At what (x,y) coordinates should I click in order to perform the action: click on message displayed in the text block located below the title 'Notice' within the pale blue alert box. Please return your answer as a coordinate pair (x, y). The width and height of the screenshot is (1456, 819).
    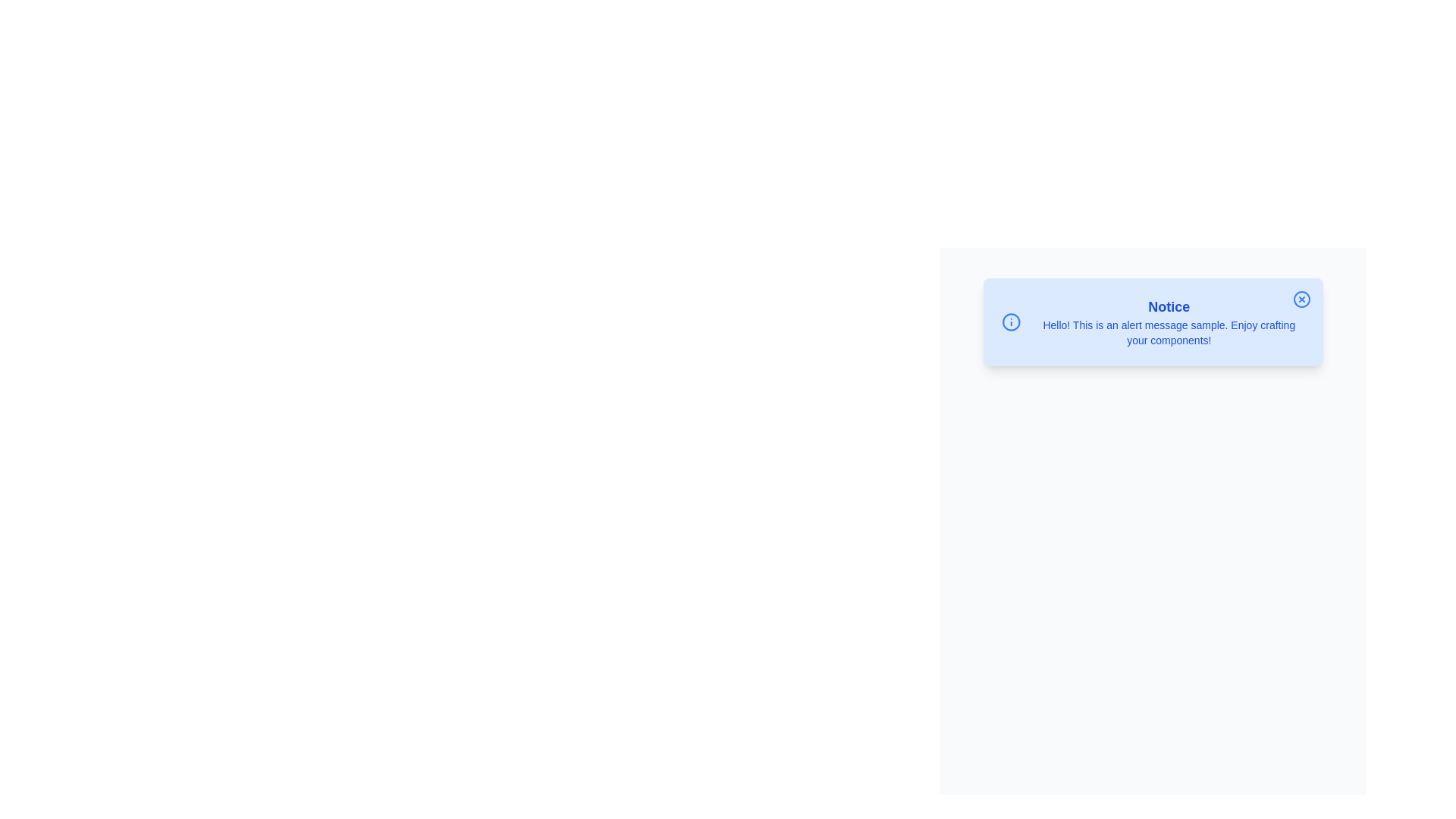
    Looking at the image, I should click on (1168, 332).